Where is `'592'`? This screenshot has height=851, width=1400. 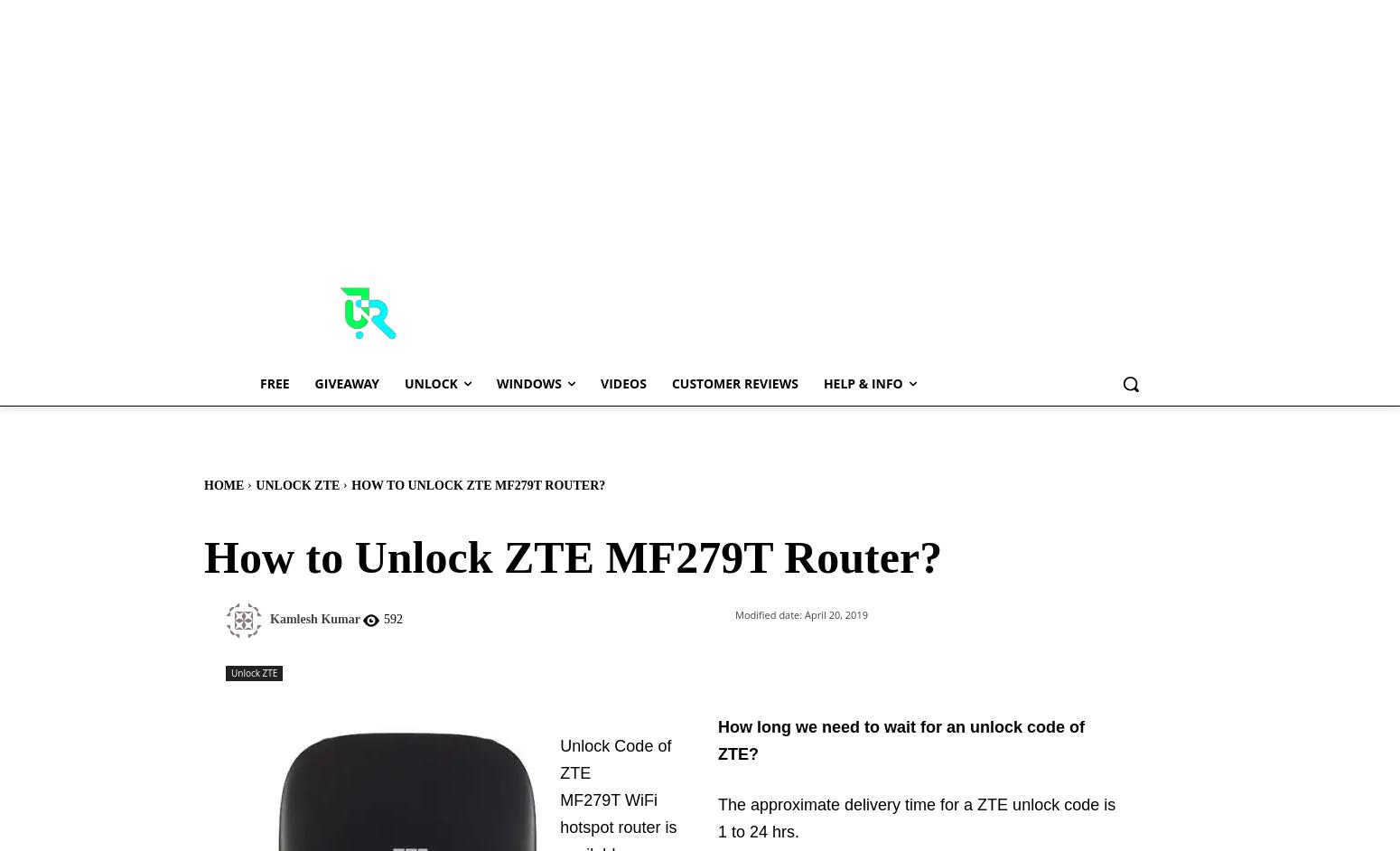
'592' is located at coordinates (392, 619).